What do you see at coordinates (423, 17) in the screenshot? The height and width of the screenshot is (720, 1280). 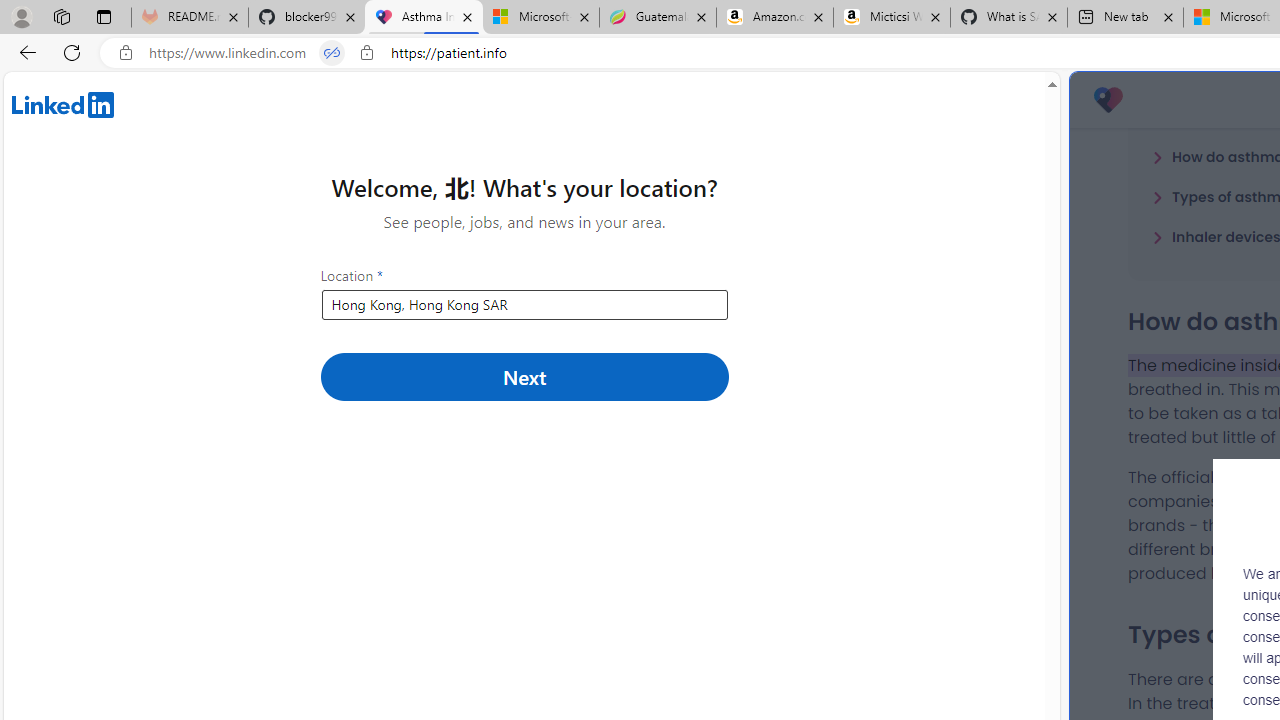 I see `'Asthma Inhalers: Names and Types'` at bounding box center [423, 17].